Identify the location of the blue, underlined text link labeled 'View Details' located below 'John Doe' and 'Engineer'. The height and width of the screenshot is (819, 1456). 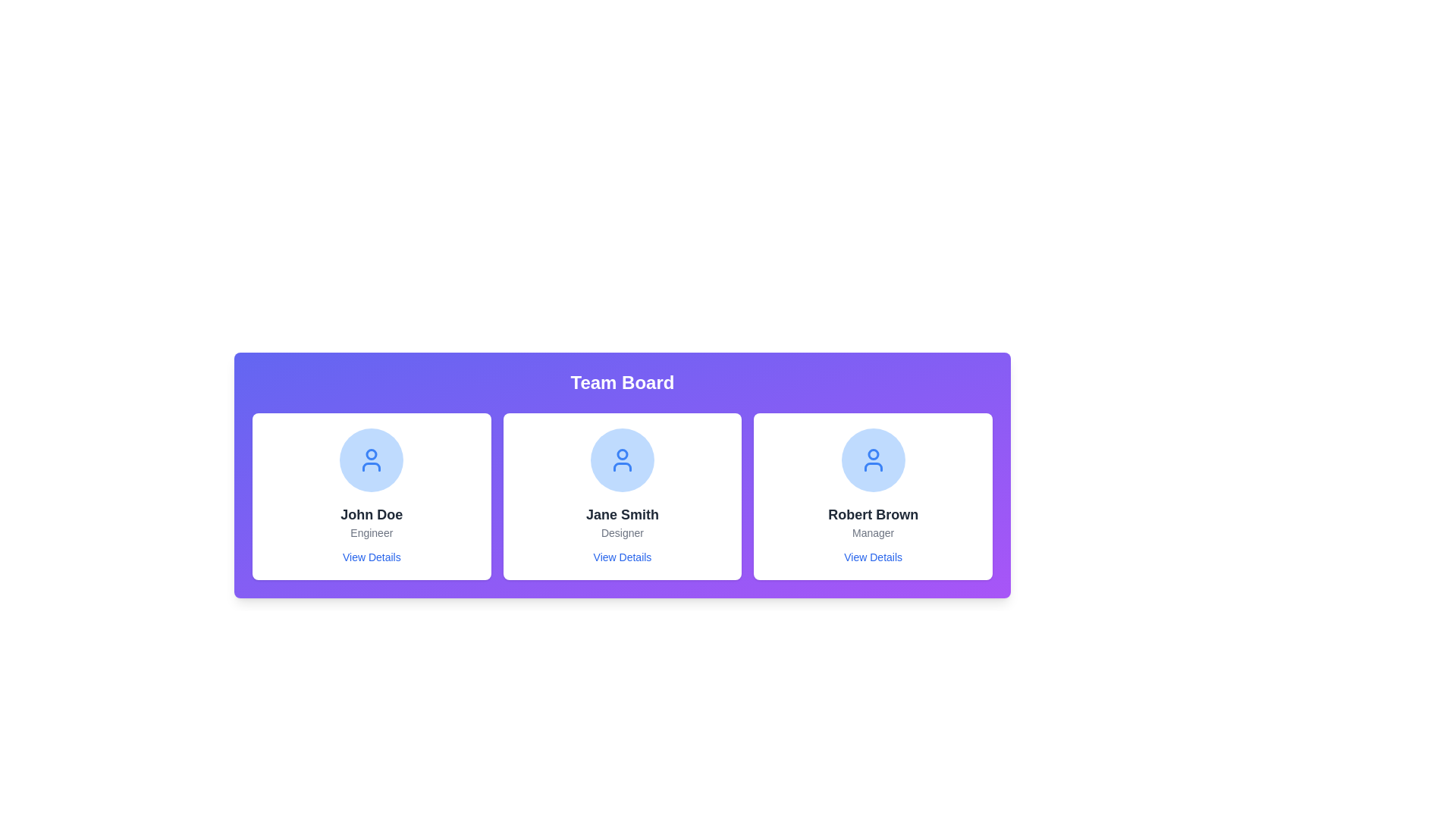
(372, 557).